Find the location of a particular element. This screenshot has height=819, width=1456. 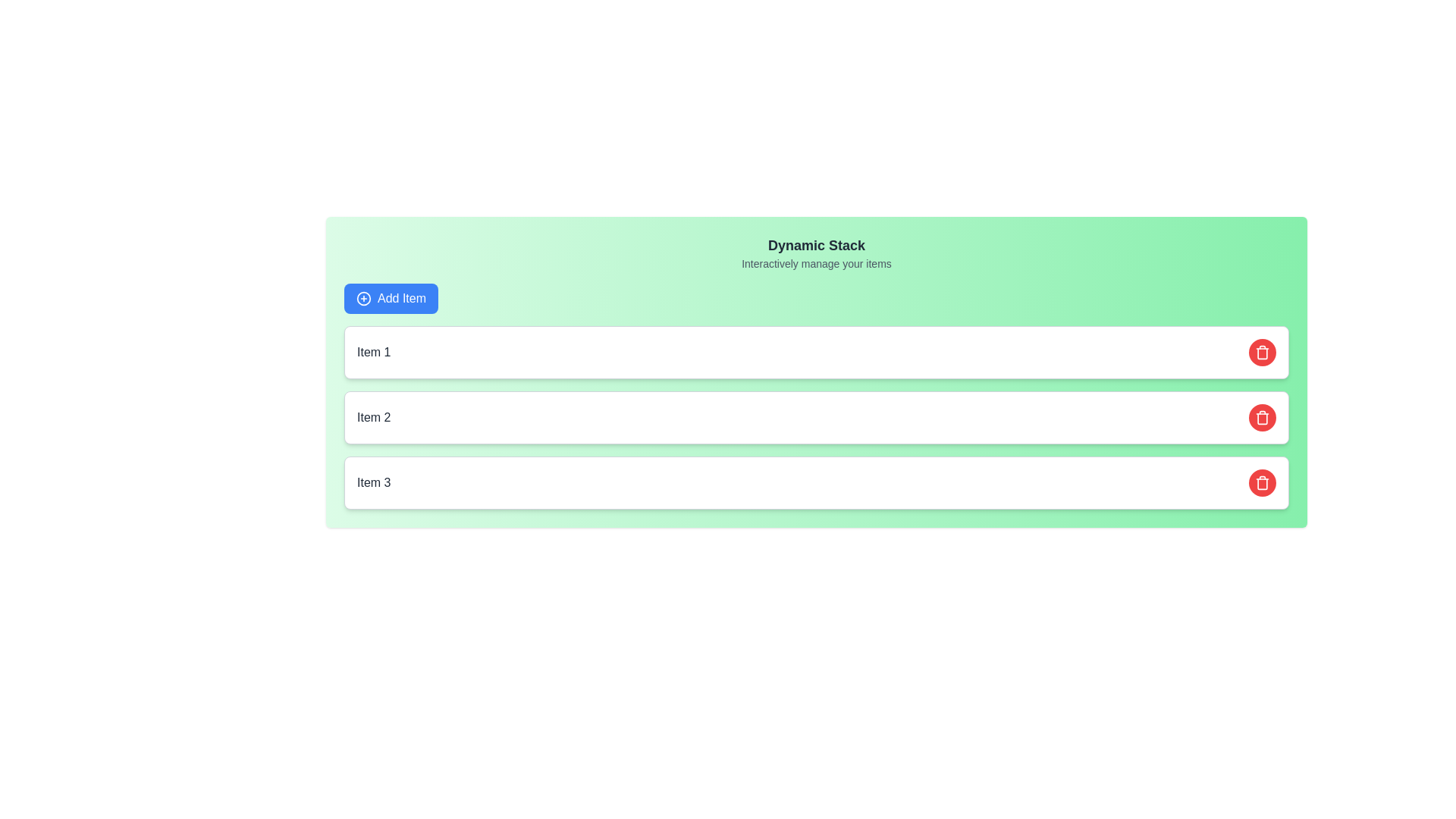

the button is located at coordinates (391, 298).